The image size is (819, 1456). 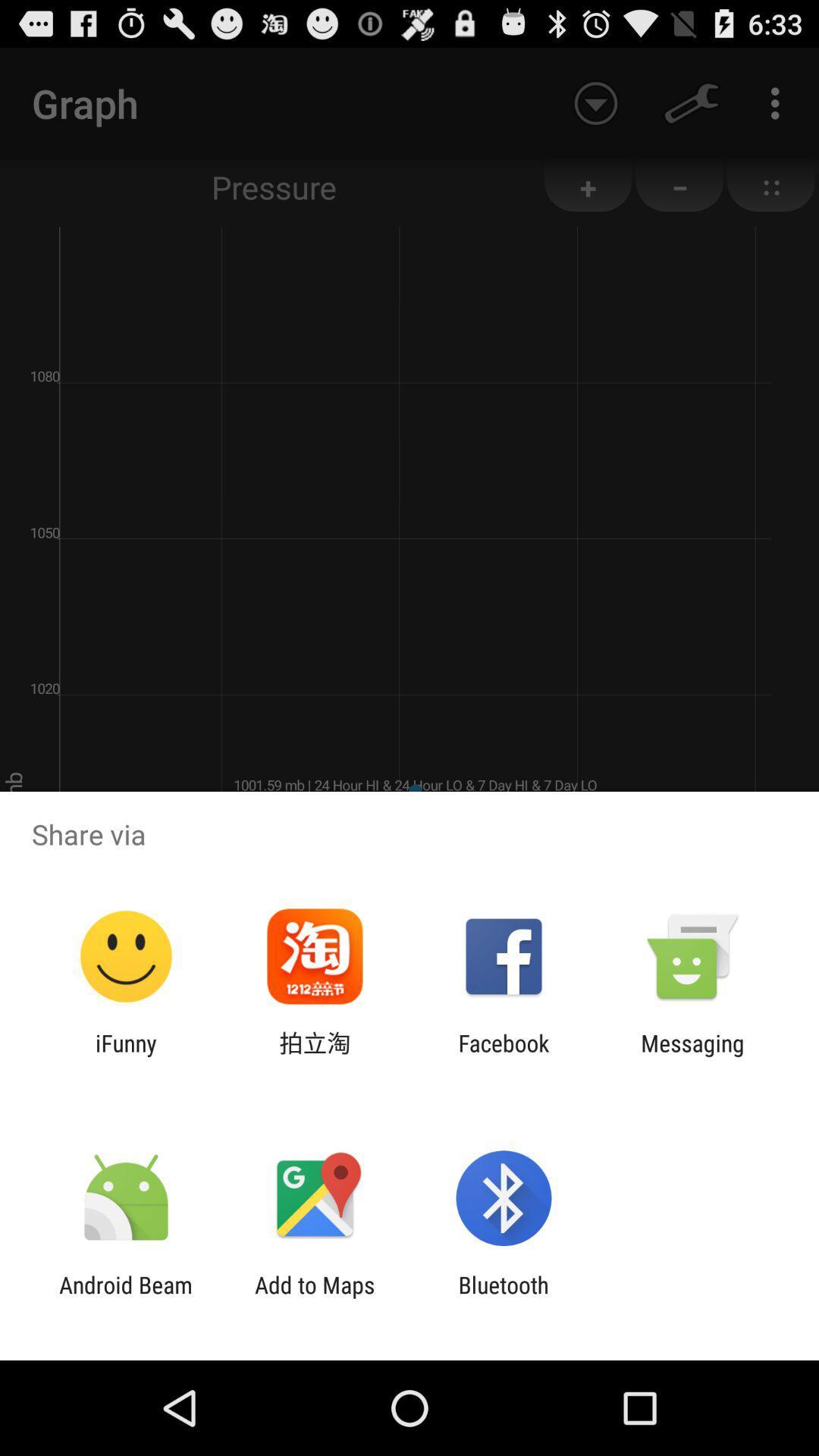 What do you see at coordinates (692, 1056) in the screenshot?
I see `messaging icon` at bounding box center [692, 1056].